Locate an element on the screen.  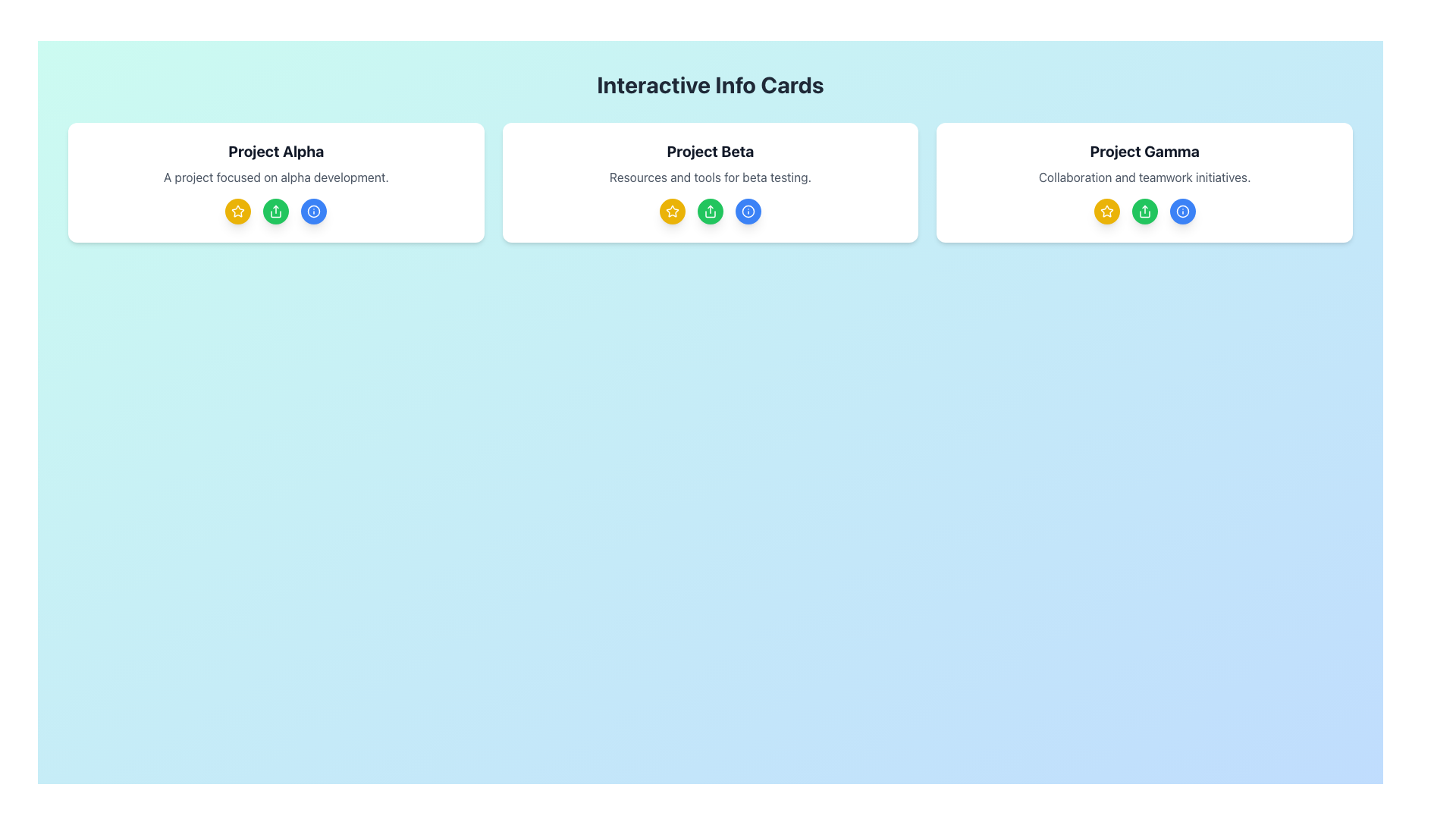
the circular yellow button with a white star icon, located below the heading 'Project Beta', to trigger a visual transition is located at coordinates (672, 211).